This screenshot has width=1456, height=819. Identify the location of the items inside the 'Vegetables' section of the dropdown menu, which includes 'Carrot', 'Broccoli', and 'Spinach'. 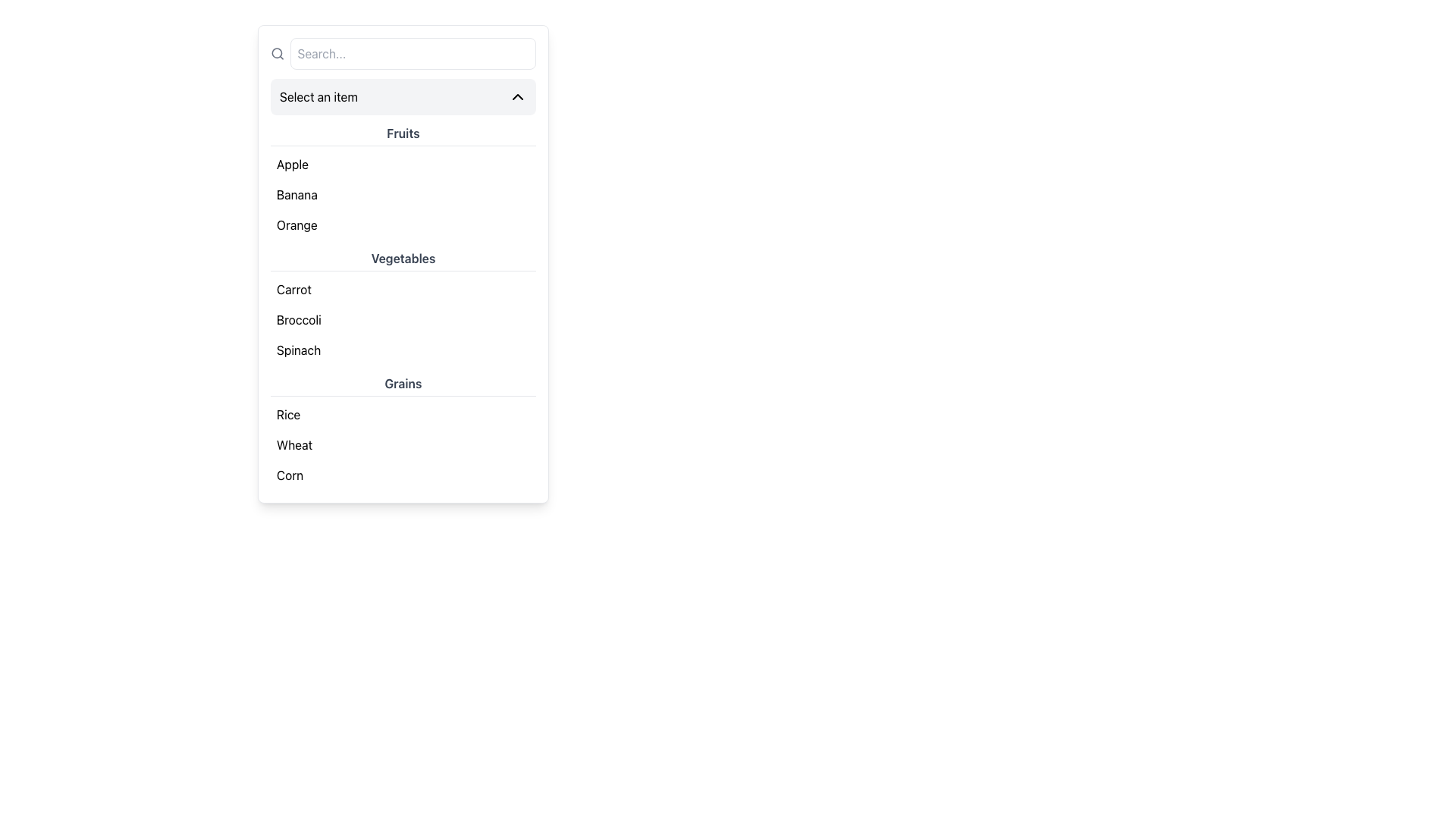
(403, 307).